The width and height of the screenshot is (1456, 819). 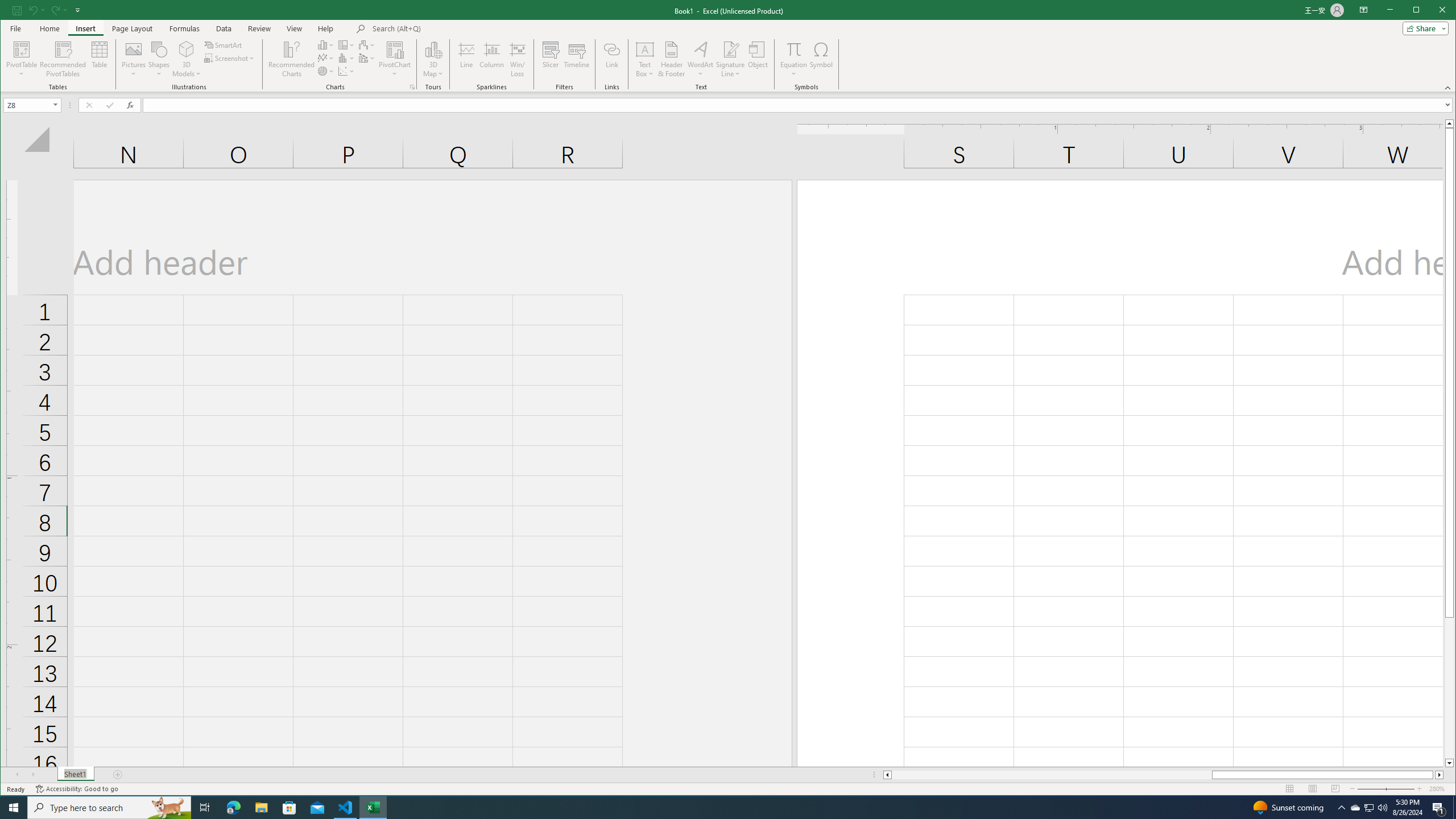 I want to click on 'PivotTable', so click(x=22, y=48).